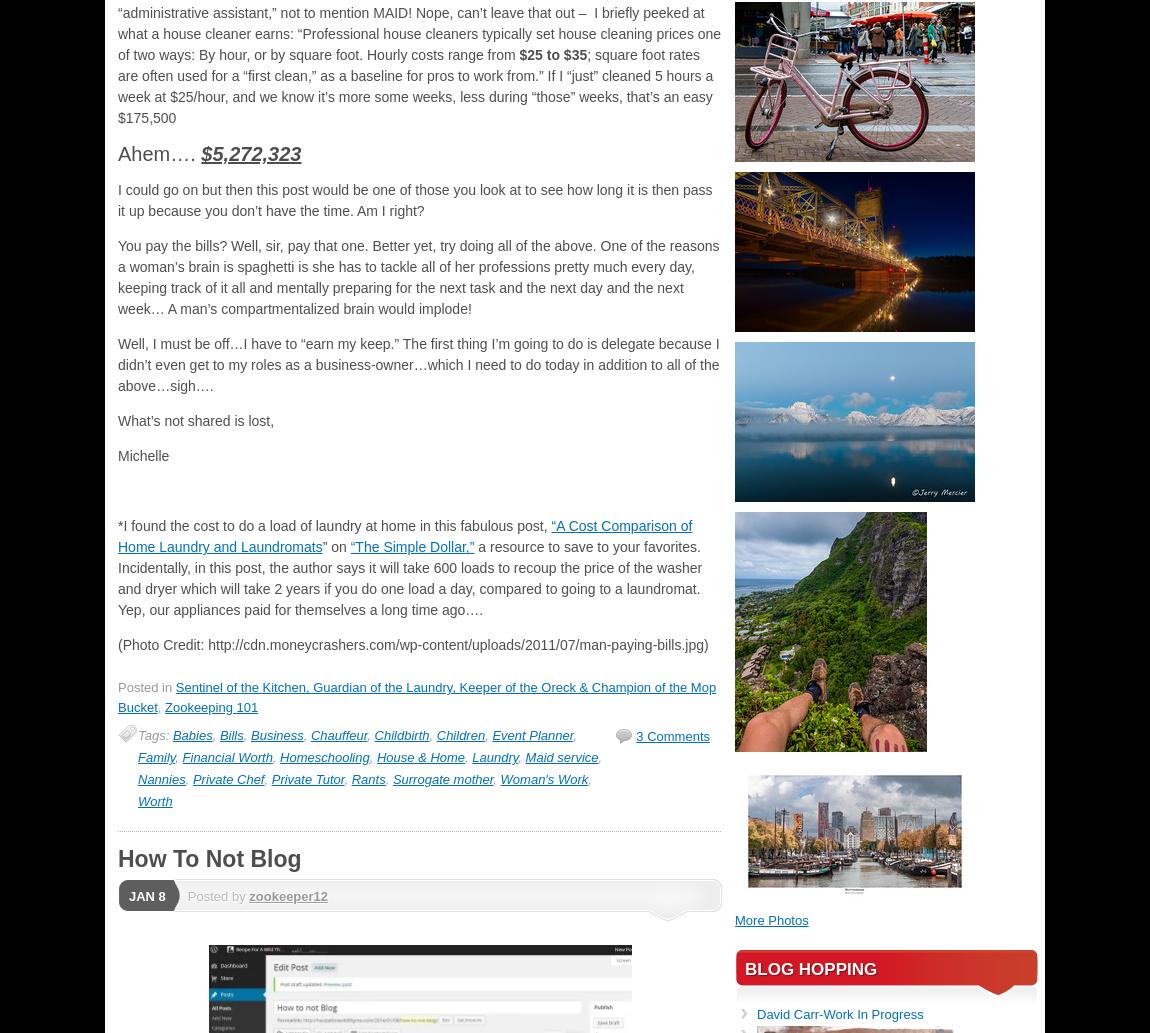  Describe the element at coordinates (226, 757) in the screenshot. I see `'Financial Worth'` at that location.